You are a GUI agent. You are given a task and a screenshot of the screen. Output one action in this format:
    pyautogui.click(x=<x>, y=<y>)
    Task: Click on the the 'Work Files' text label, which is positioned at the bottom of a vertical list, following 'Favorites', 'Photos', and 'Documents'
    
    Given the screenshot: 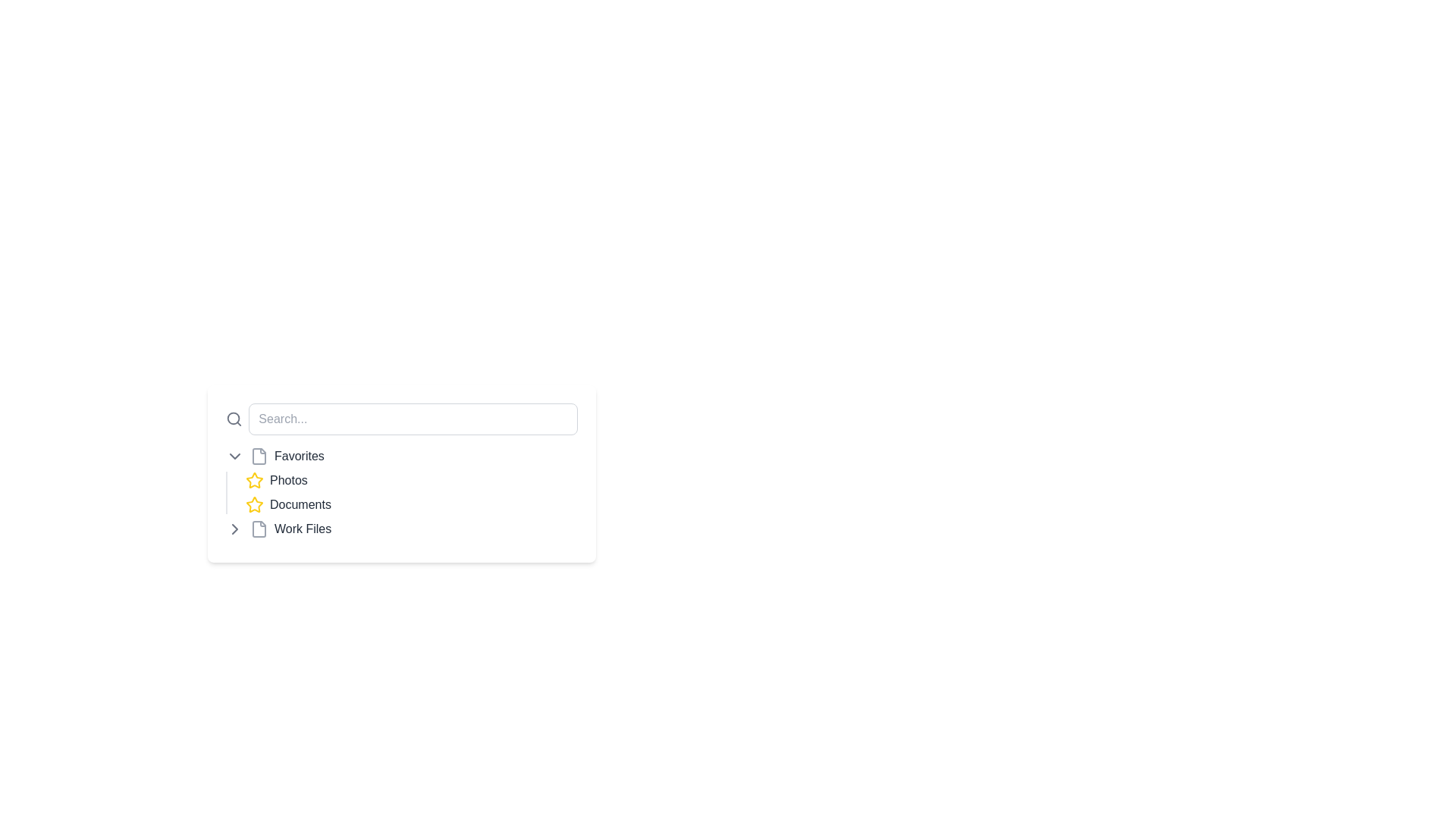 What is the action you would take?
    pyautogui.click(x=303, y=529)
    